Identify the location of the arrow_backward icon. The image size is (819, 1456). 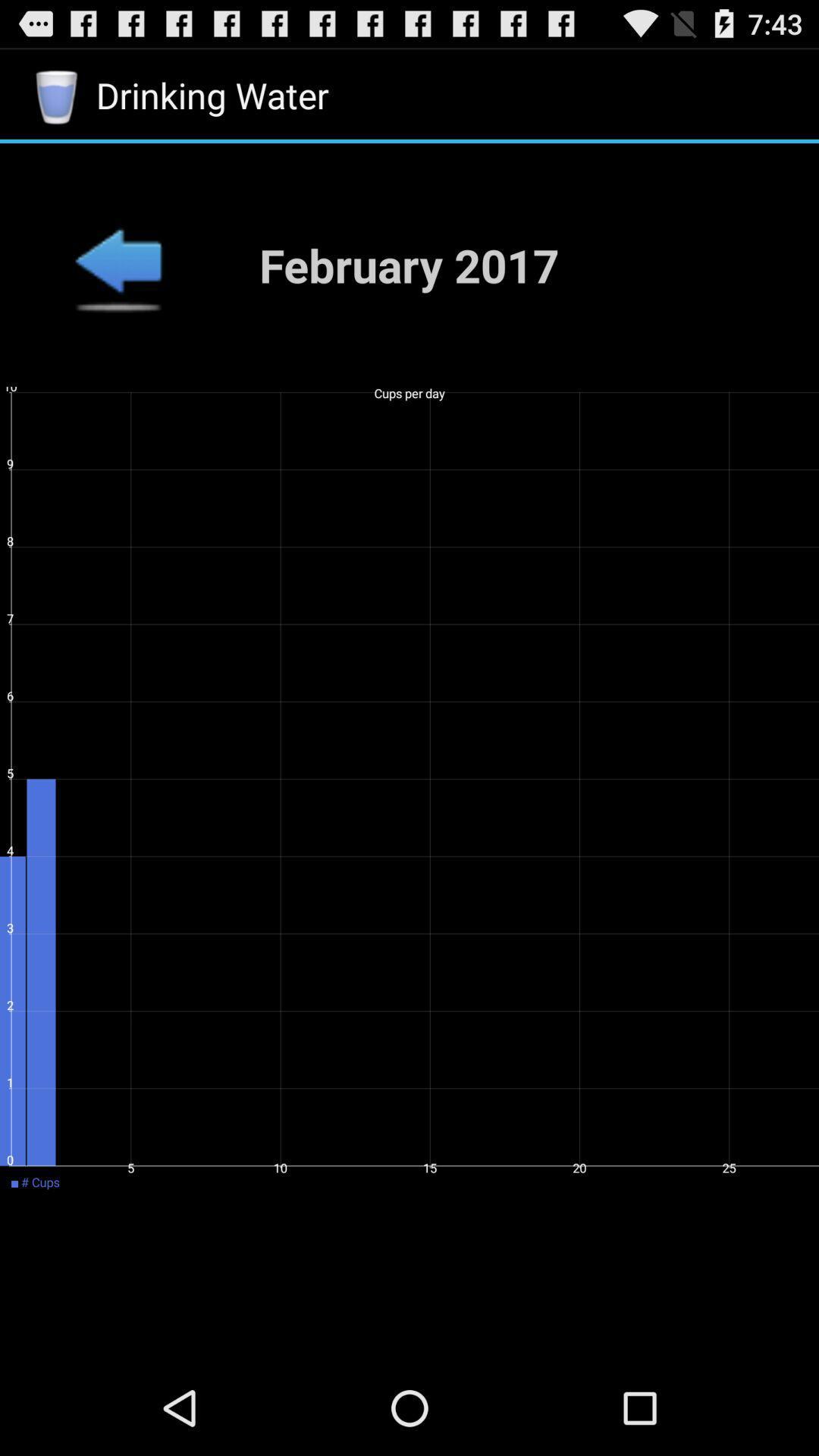
(117, 284).